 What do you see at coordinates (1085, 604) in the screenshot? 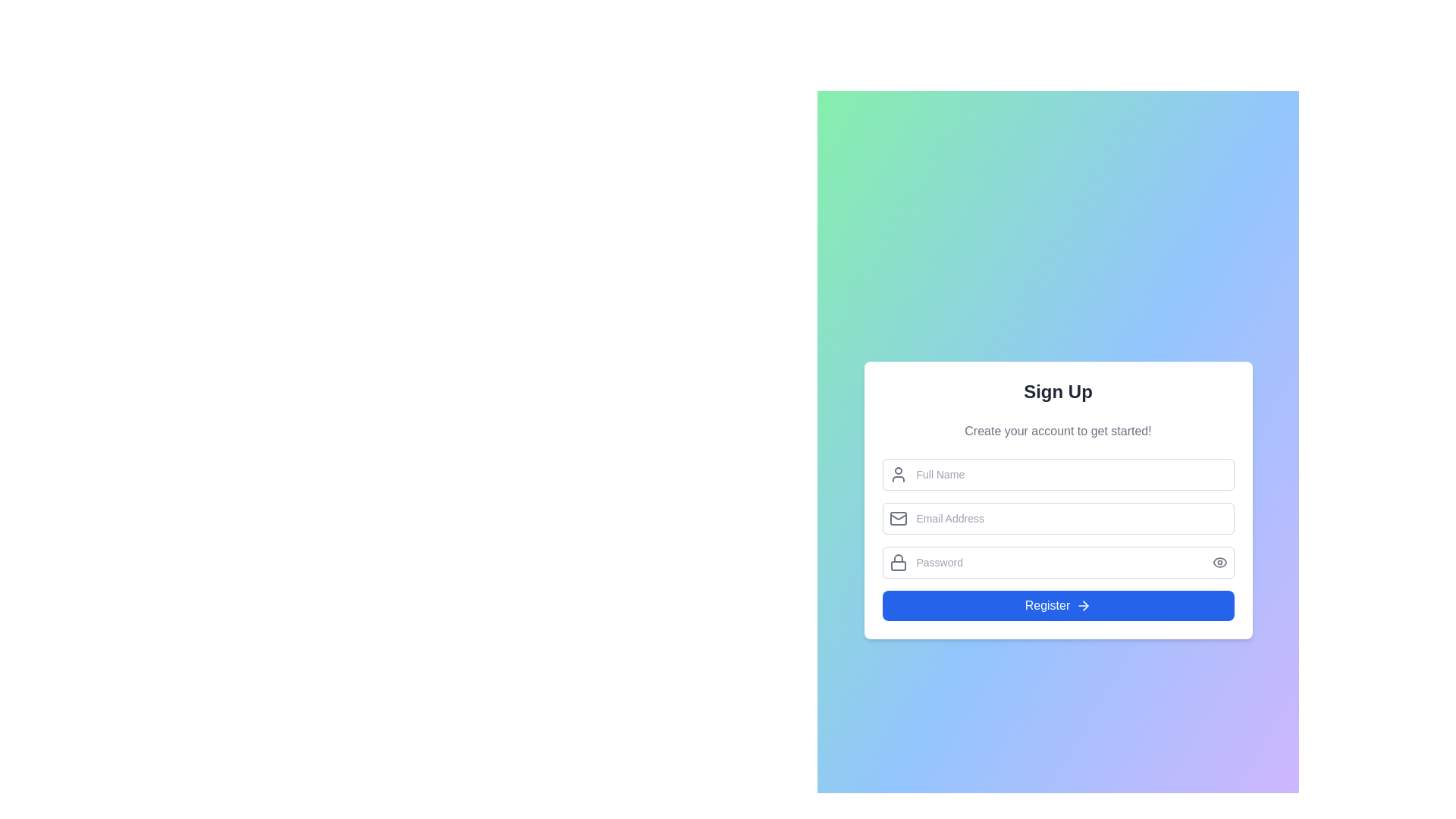
I see `the SVG graphic icon representing an arrow located within the bottom-right section of the blue 'Register' button` at bounding box center [1085, 604].